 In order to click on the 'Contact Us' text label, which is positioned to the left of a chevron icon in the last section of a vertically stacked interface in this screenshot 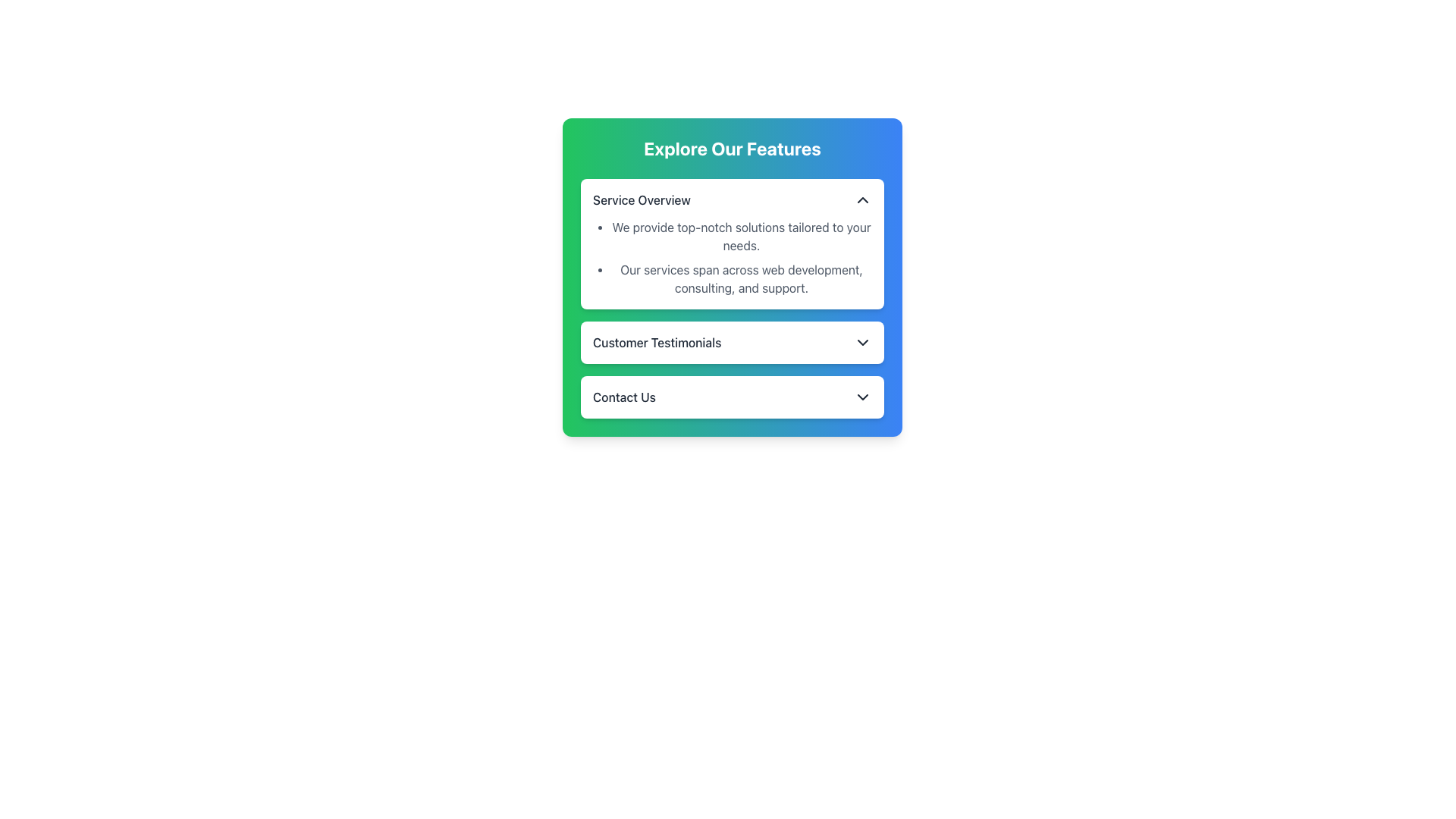, I will do `click(624, 397)`.